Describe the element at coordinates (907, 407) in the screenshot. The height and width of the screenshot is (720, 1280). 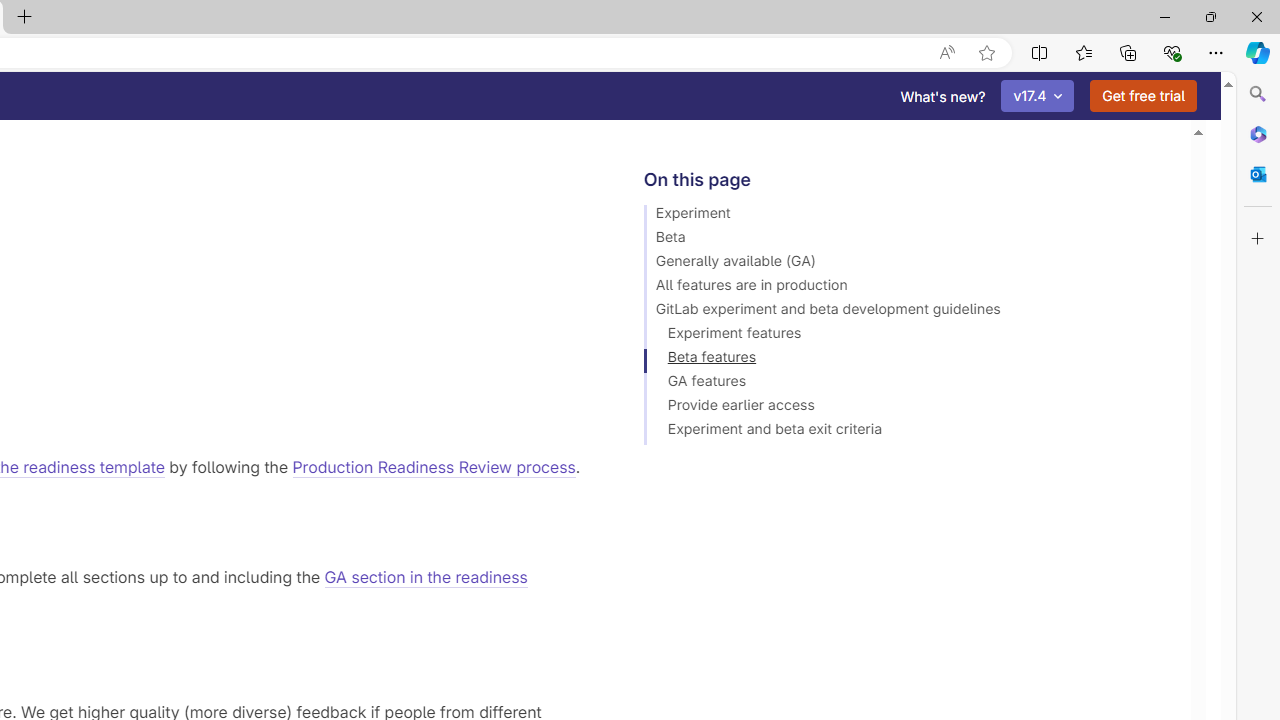
I see `'Provide earlier access'` at that location.